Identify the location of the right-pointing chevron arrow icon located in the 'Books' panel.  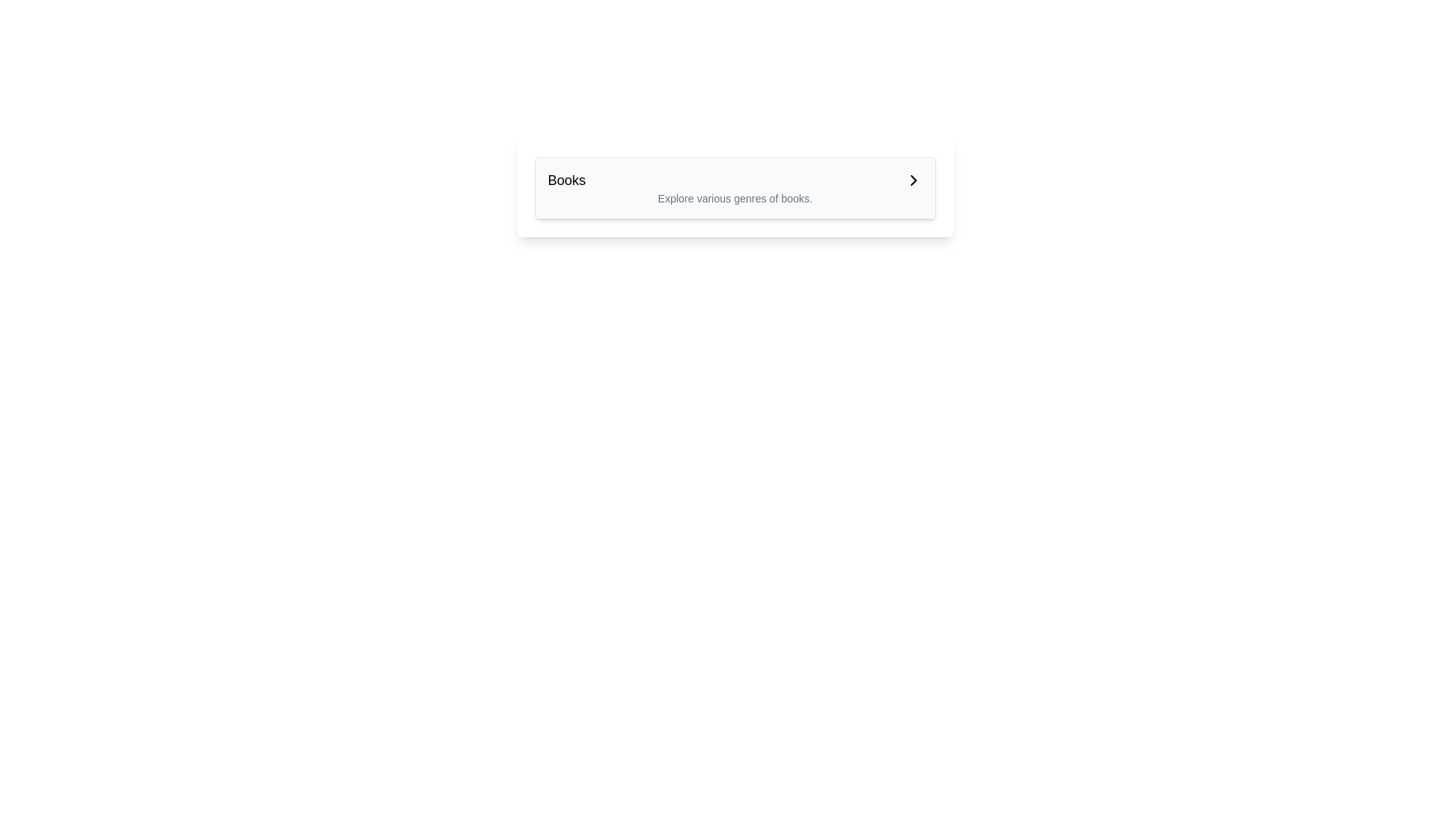
(912, 180).